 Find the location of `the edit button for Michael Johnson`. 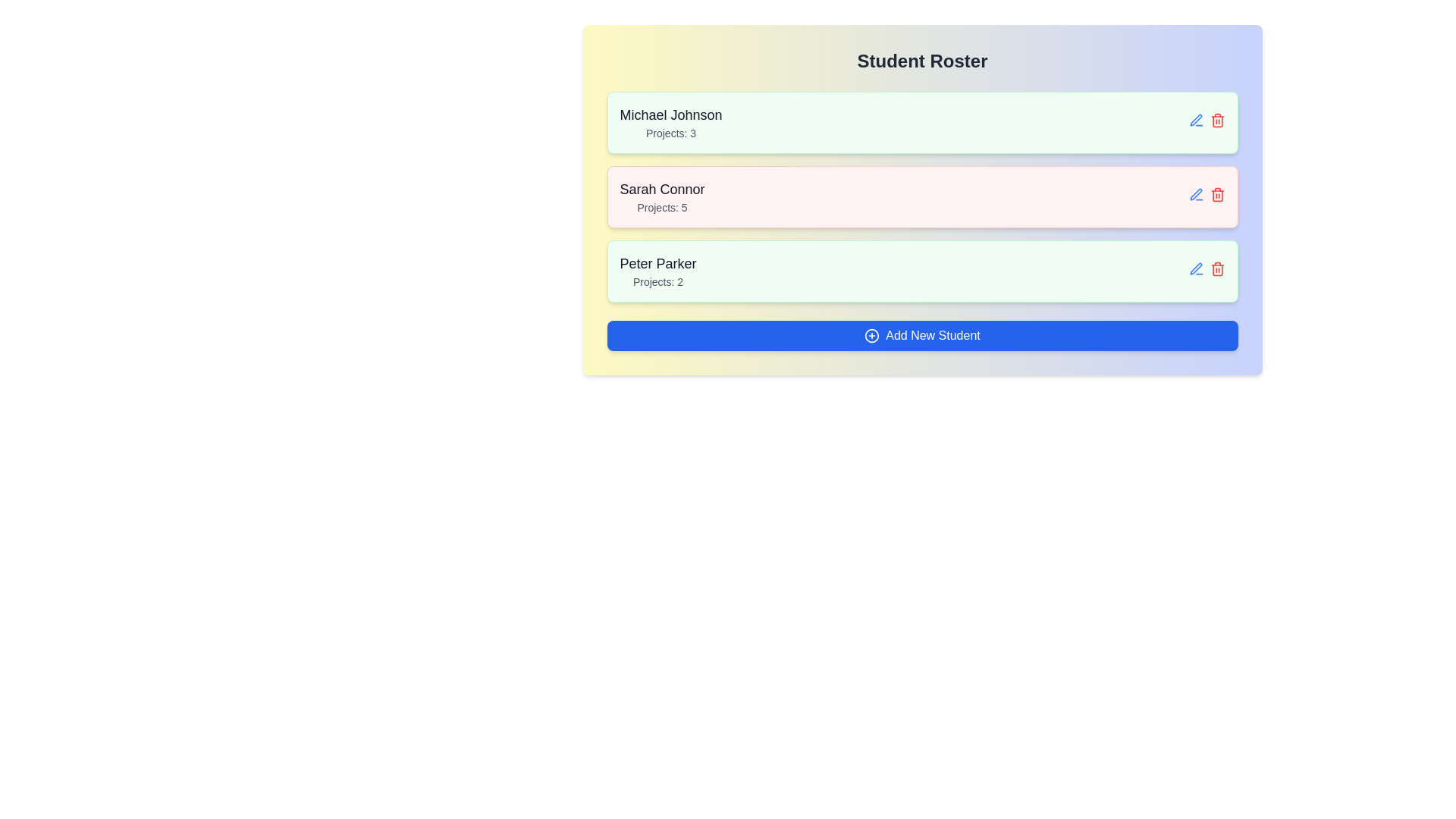

the edit button for Michael Johnson is located at coordinates (1195, 119).